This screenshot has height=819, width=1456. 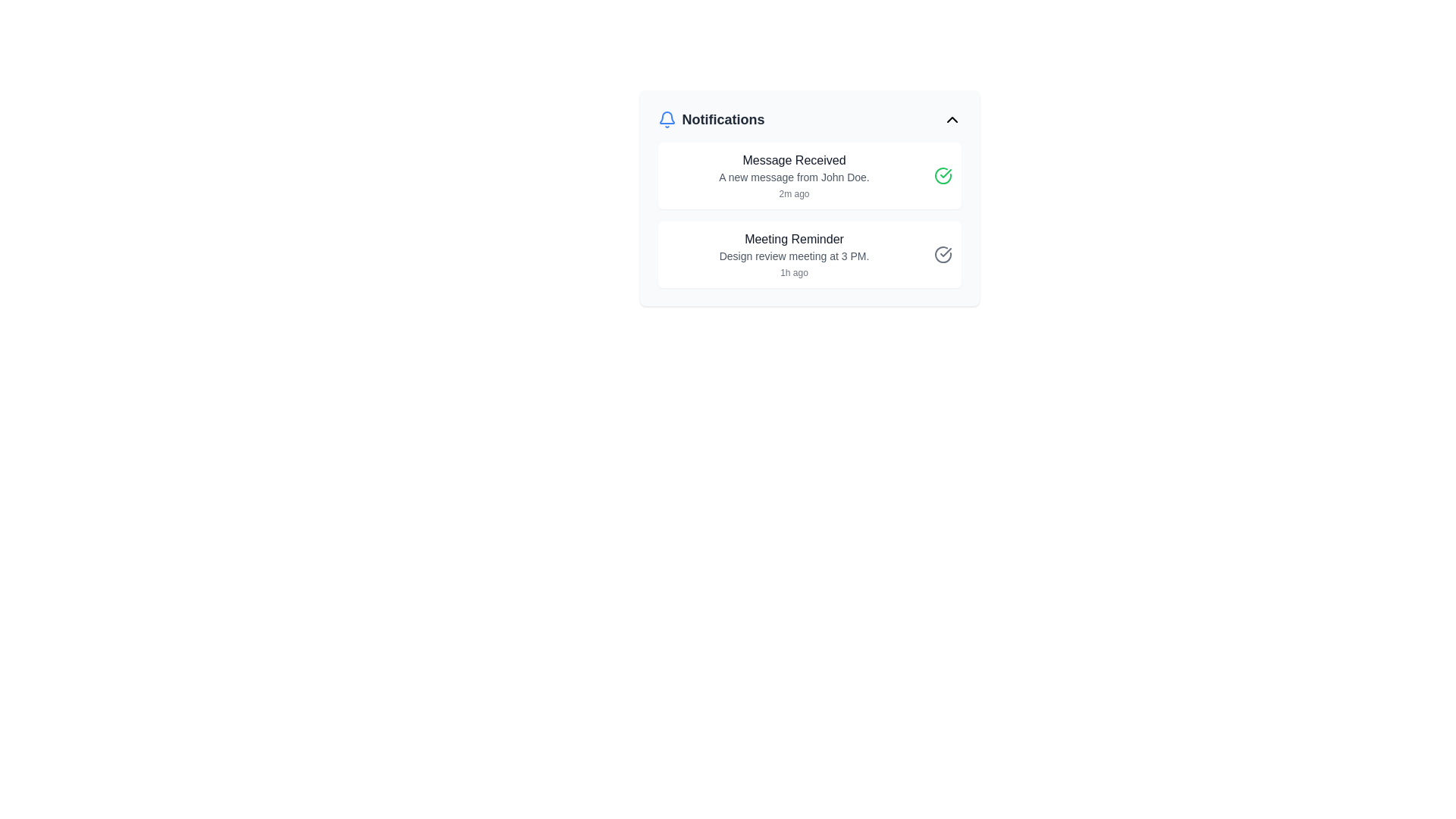 I want to click on the circular gray checkmark icon located on the right edge of the 'Meeting Reminder' notification card in the notifications panel, so click(x=942, y=253).